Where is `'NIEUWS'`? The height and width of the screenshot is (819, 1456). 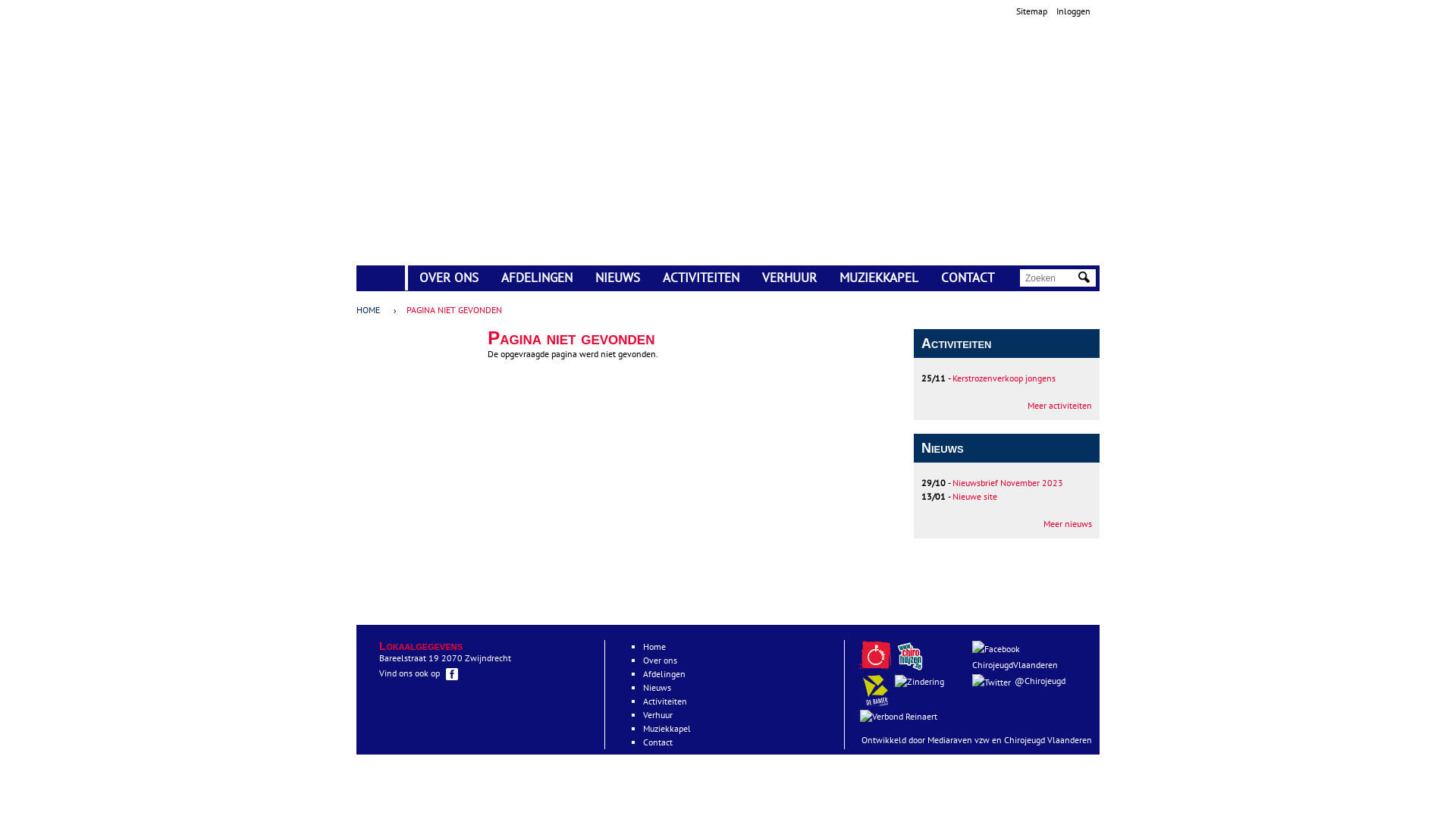 'NIEUWS' is located at coordinates (582, 278).